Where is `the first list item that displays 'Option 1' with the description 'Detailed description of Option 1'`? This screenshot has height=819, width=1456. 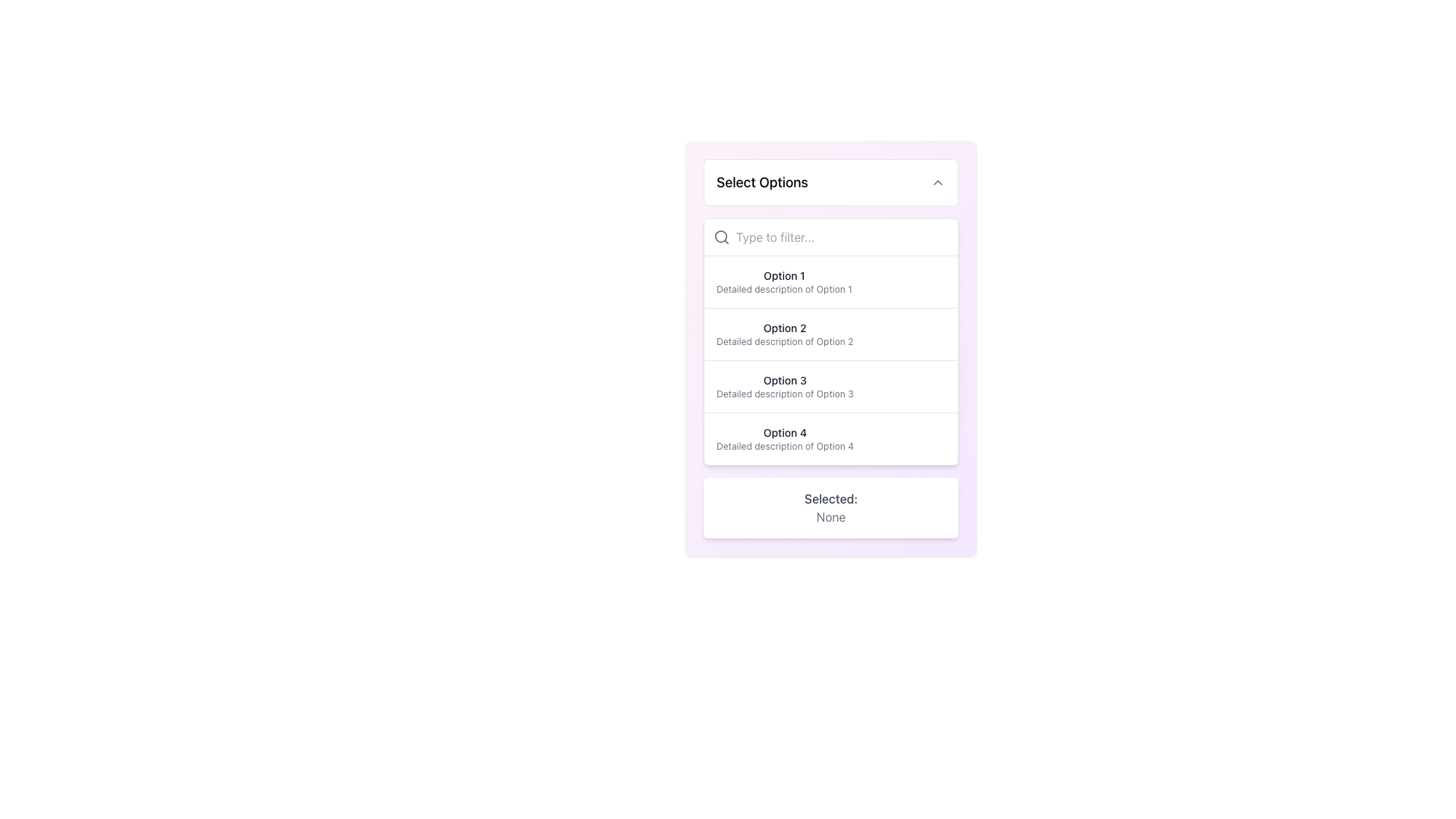 the first list item that displays 'Option 1' with the description 'Detailed description of Option 1' is located at coordinates (784, 281).